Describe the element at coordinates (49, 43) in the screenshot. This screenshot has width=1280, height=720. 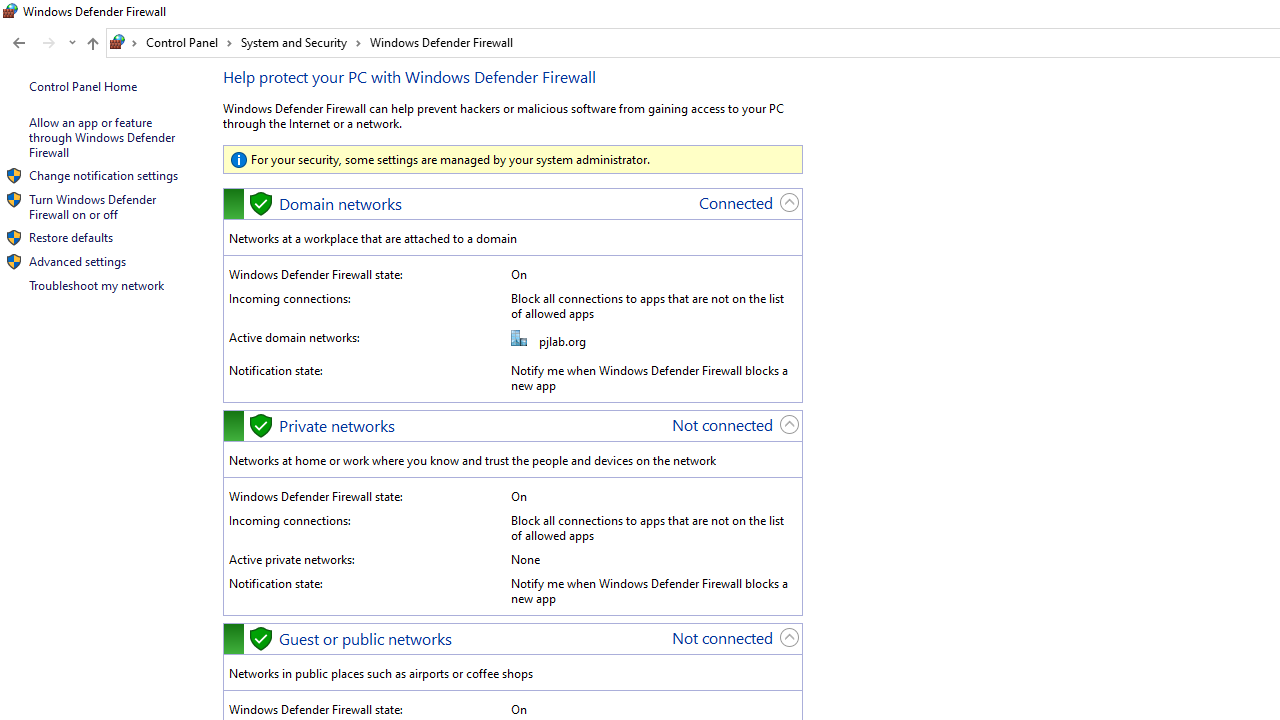
I see `'Forward (Alt + Right Arrow)'` at that location.